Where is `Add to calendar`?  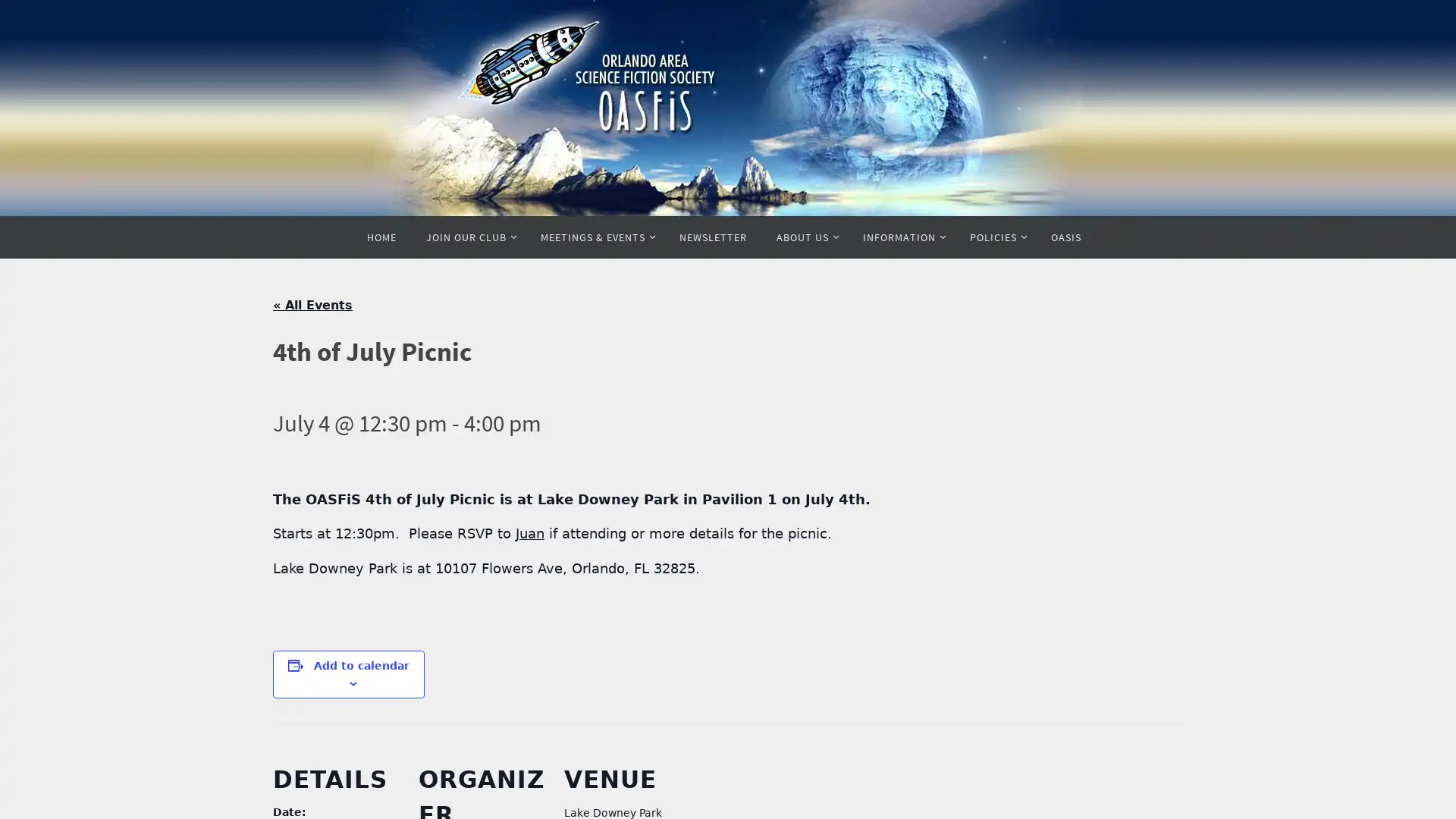
Add to calendar is located at coordinates (360, 664).